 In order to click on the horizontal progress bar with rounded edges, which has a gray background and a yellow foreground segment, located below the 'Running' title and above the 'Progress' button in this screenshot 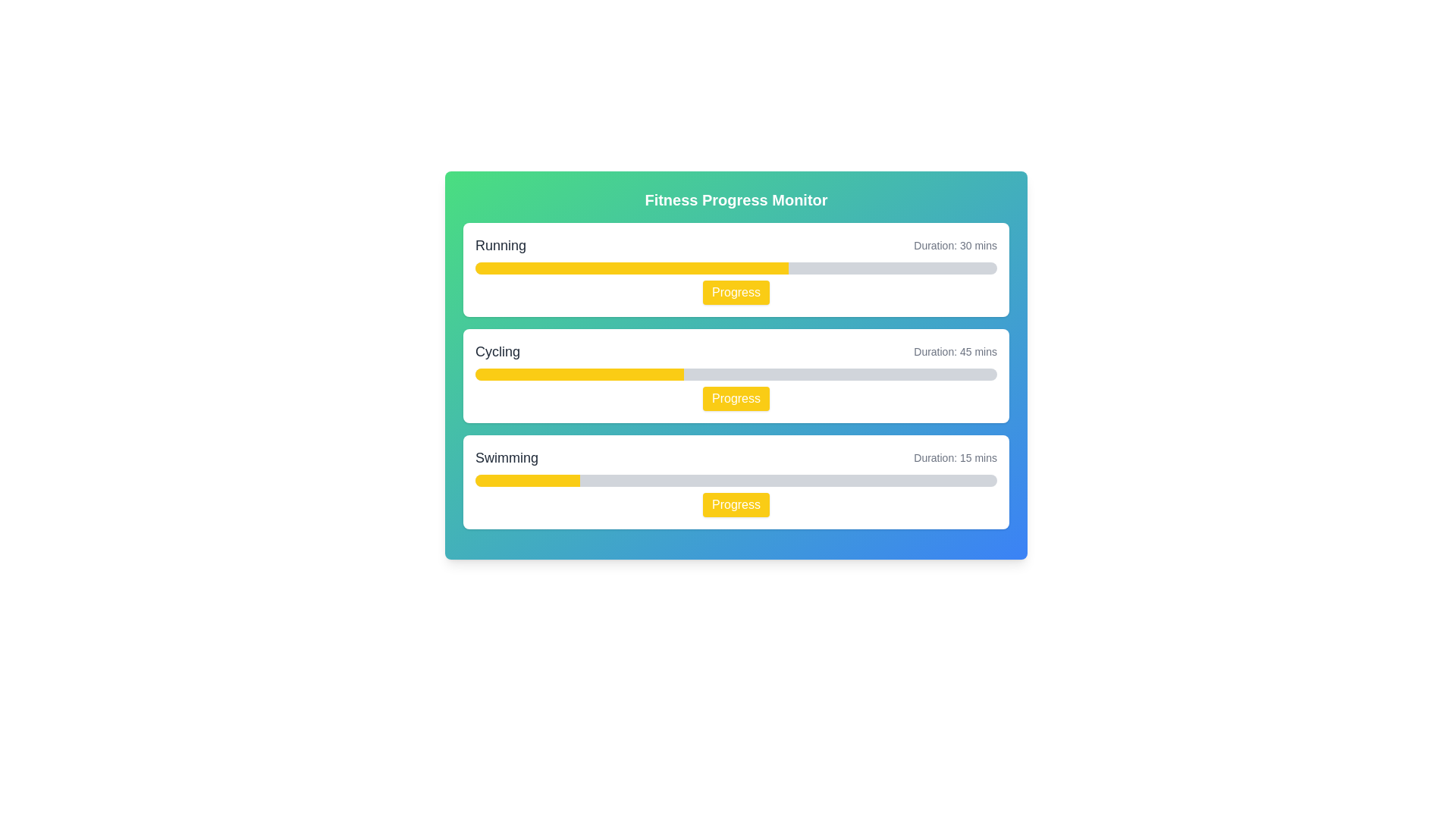, I will do `click(736, 268)`.